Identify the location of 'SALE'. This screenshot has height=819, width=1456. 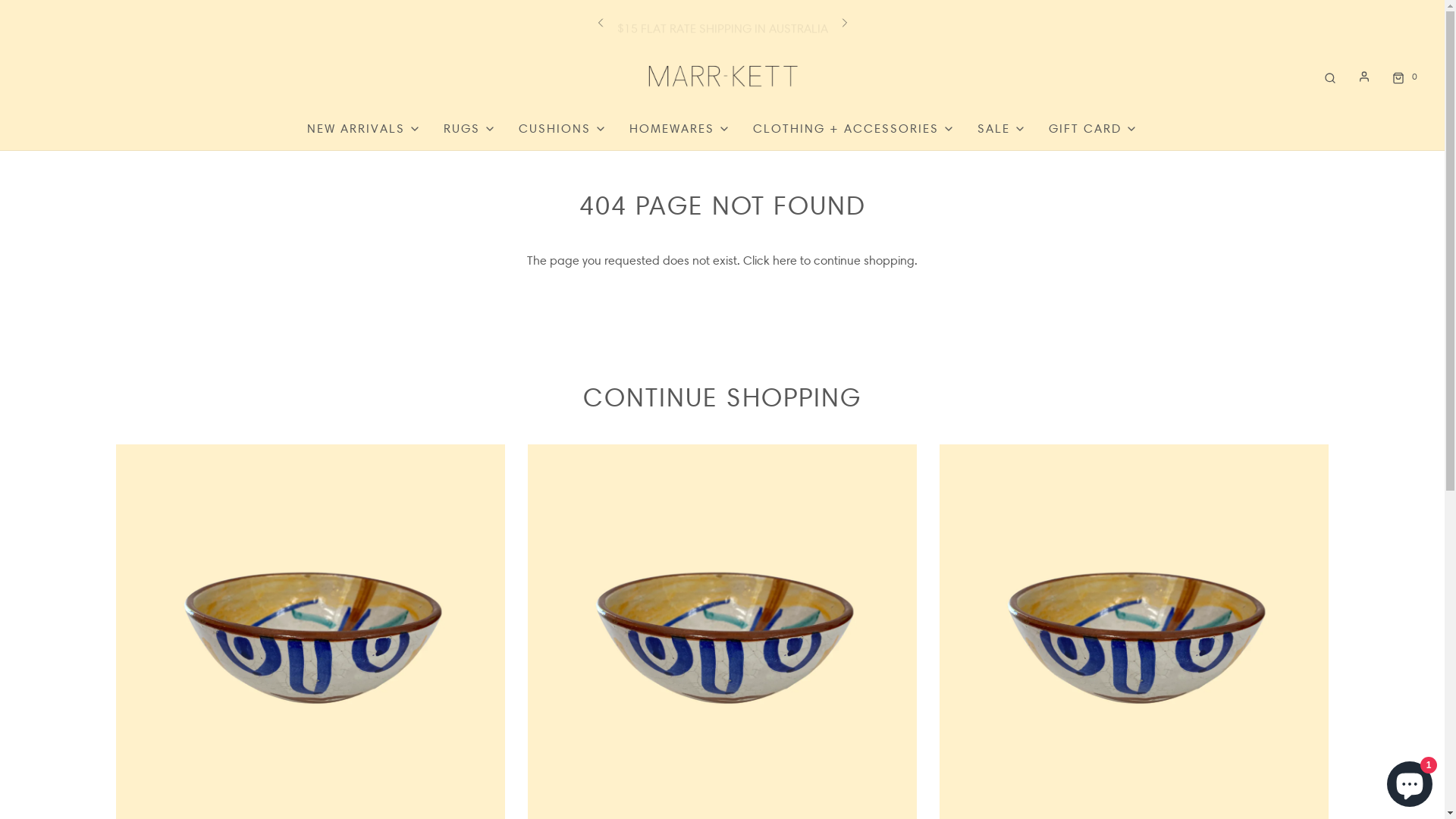
(1001, 127).